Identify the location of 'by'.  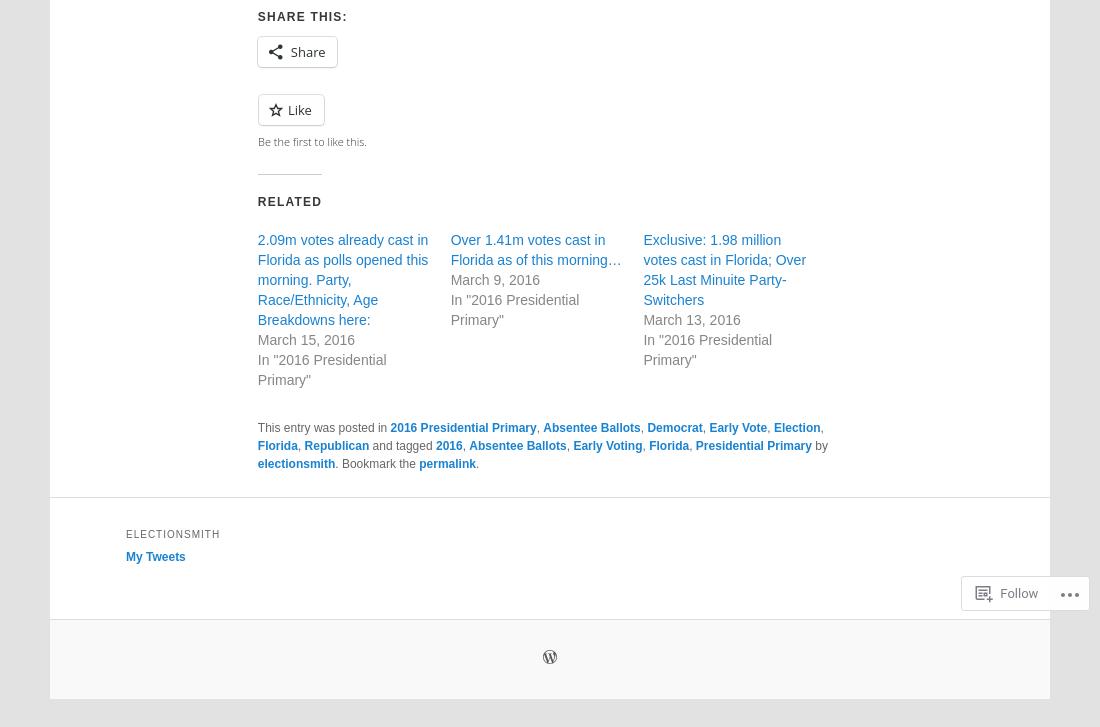
(811, 443).